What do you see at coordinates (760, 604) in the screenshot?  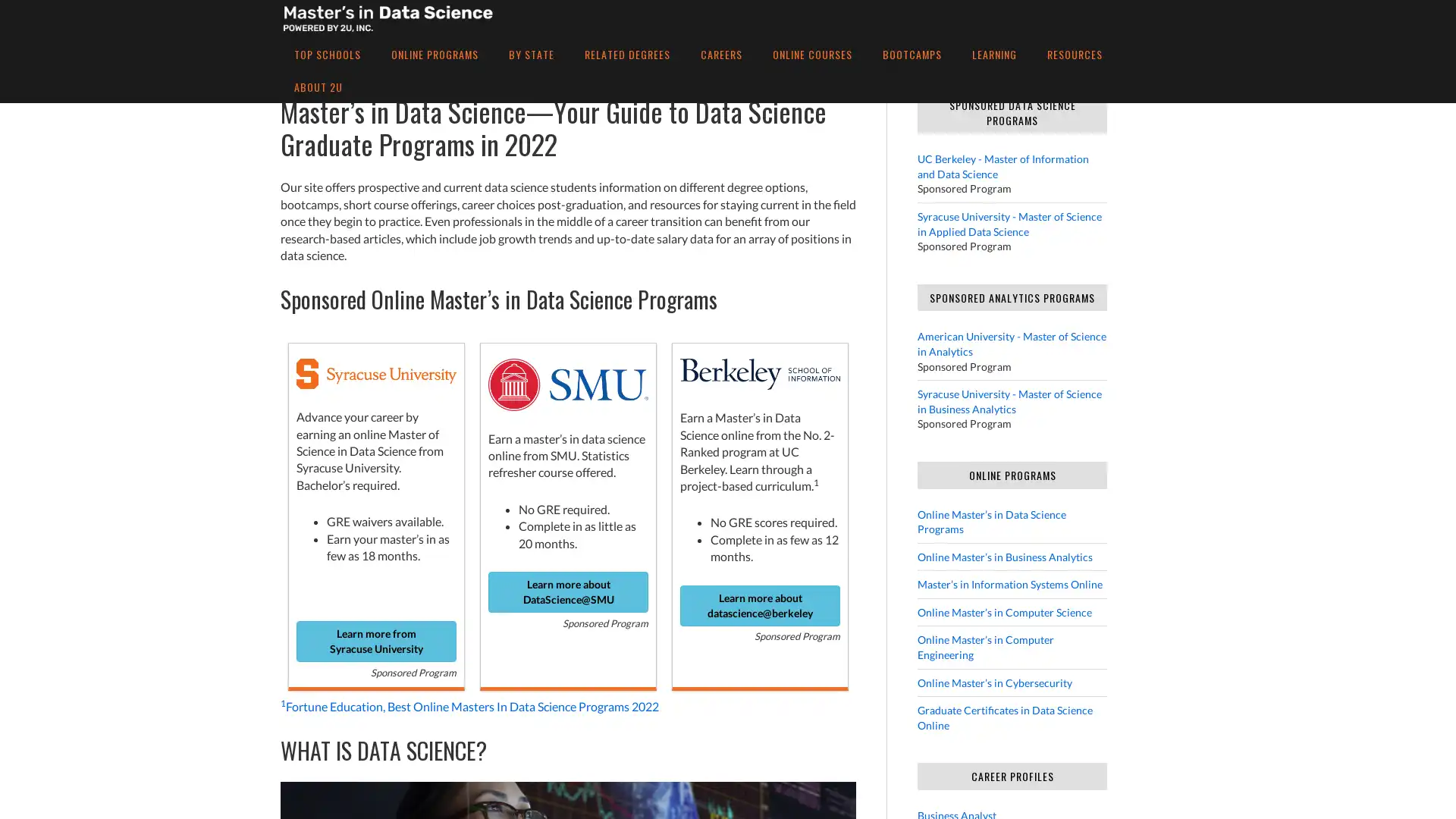 I see `Learn more about datascience@berkeley` at bounding box center [760, 604].